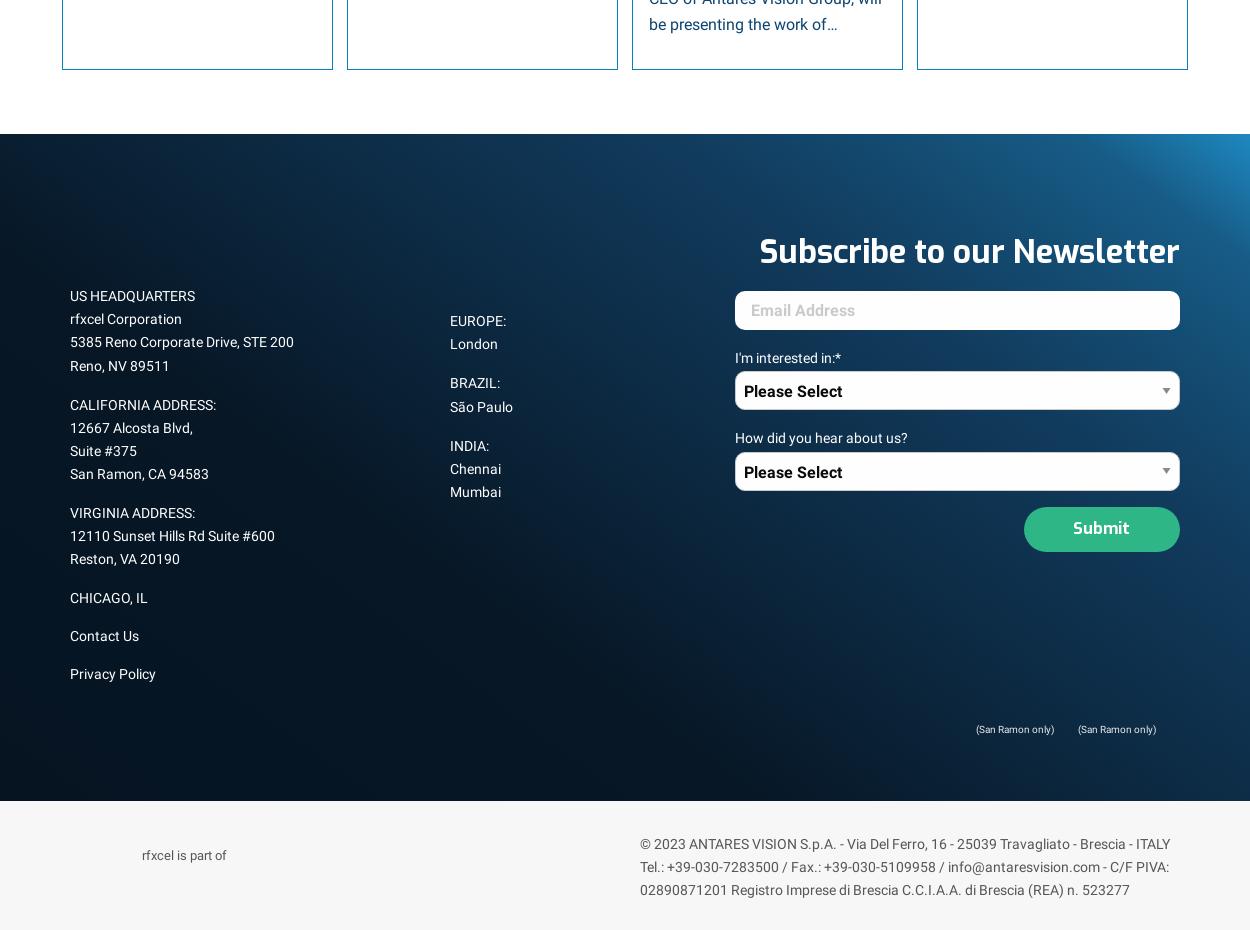 The width and height of the screenshot is (1250, 930). I want to click on '*', so click(834, 356).